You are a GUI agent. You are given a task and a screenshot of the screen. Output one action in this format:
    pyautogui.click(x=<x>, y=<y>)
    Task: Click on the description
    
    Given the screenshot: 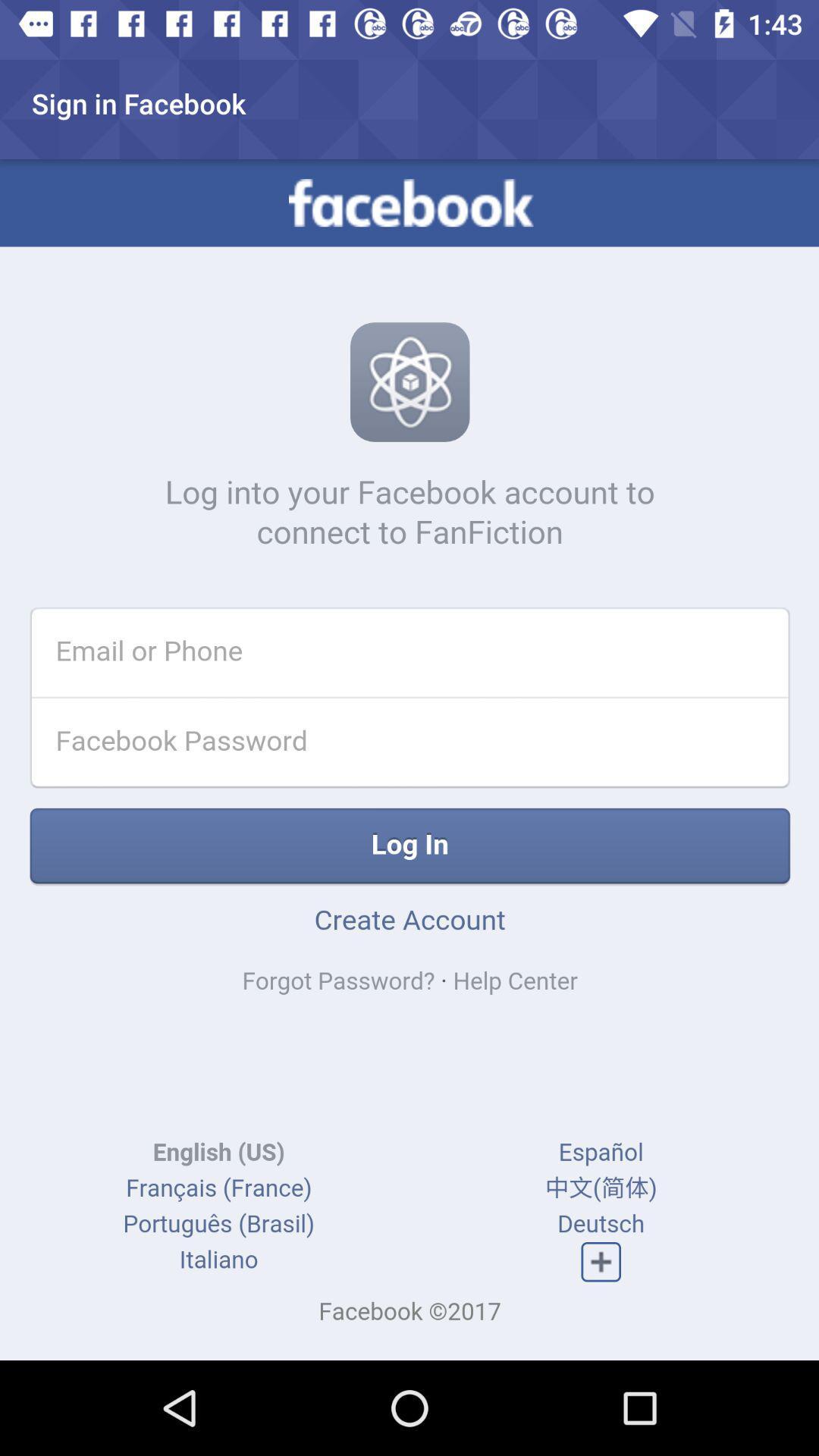 What is the action you would take?
    pyautogui.click(x=409, y=760)
    